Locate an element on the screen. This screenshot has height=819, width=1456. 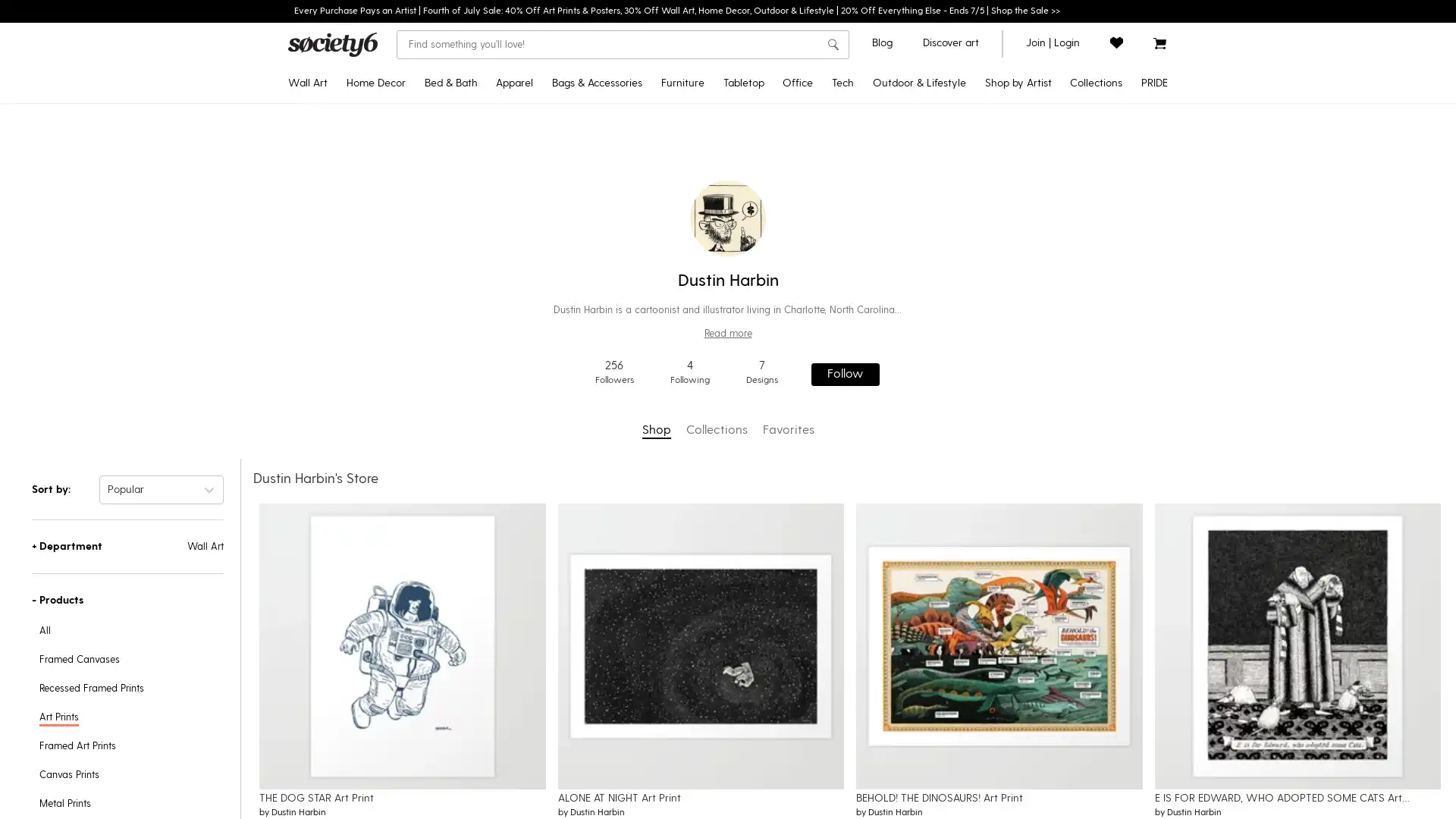
Jigsaw Puzzles is located at coordinates (835, 195).